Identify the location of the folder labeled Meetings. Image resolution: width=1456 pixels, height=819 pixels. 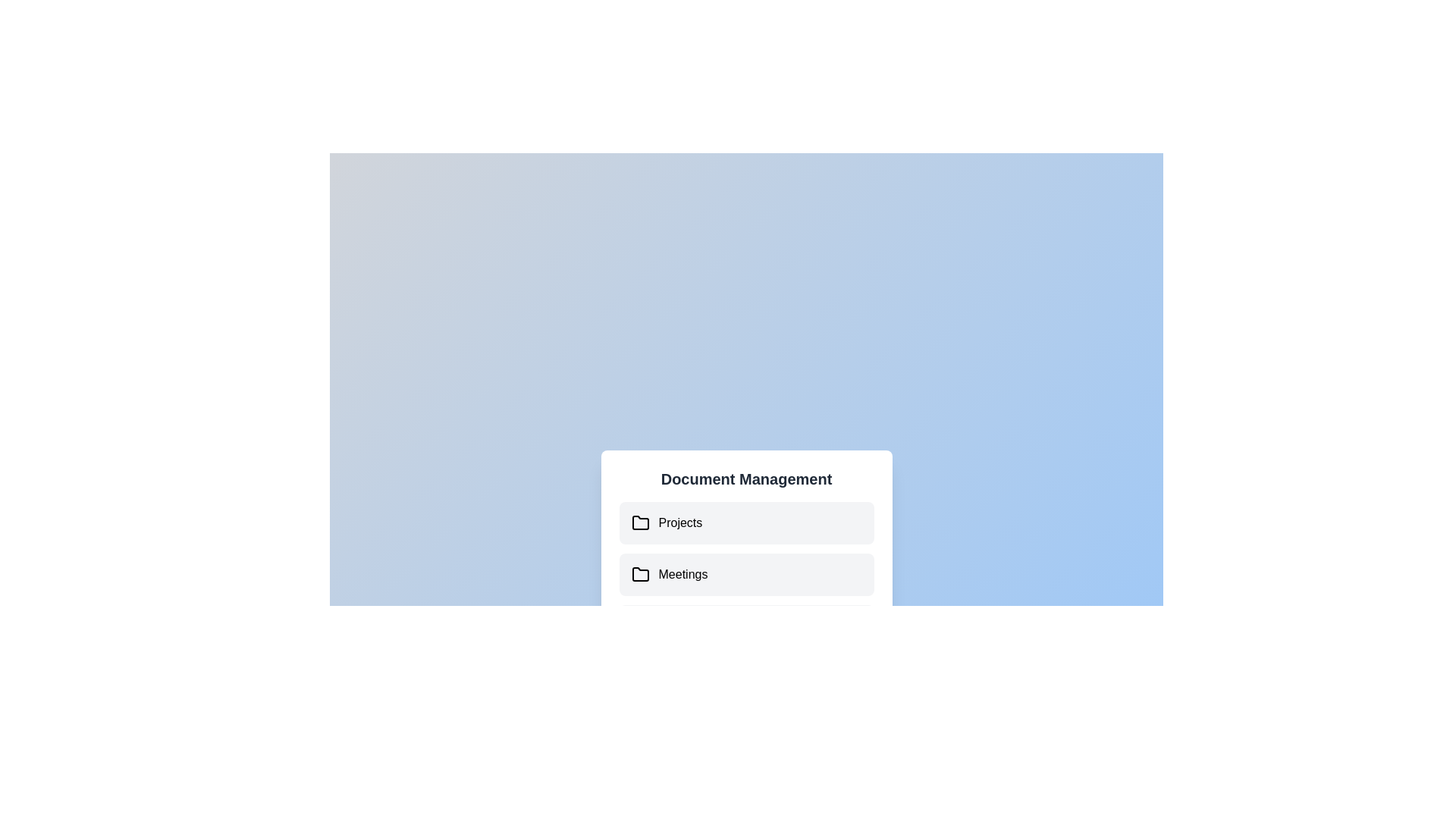
(632, 575).